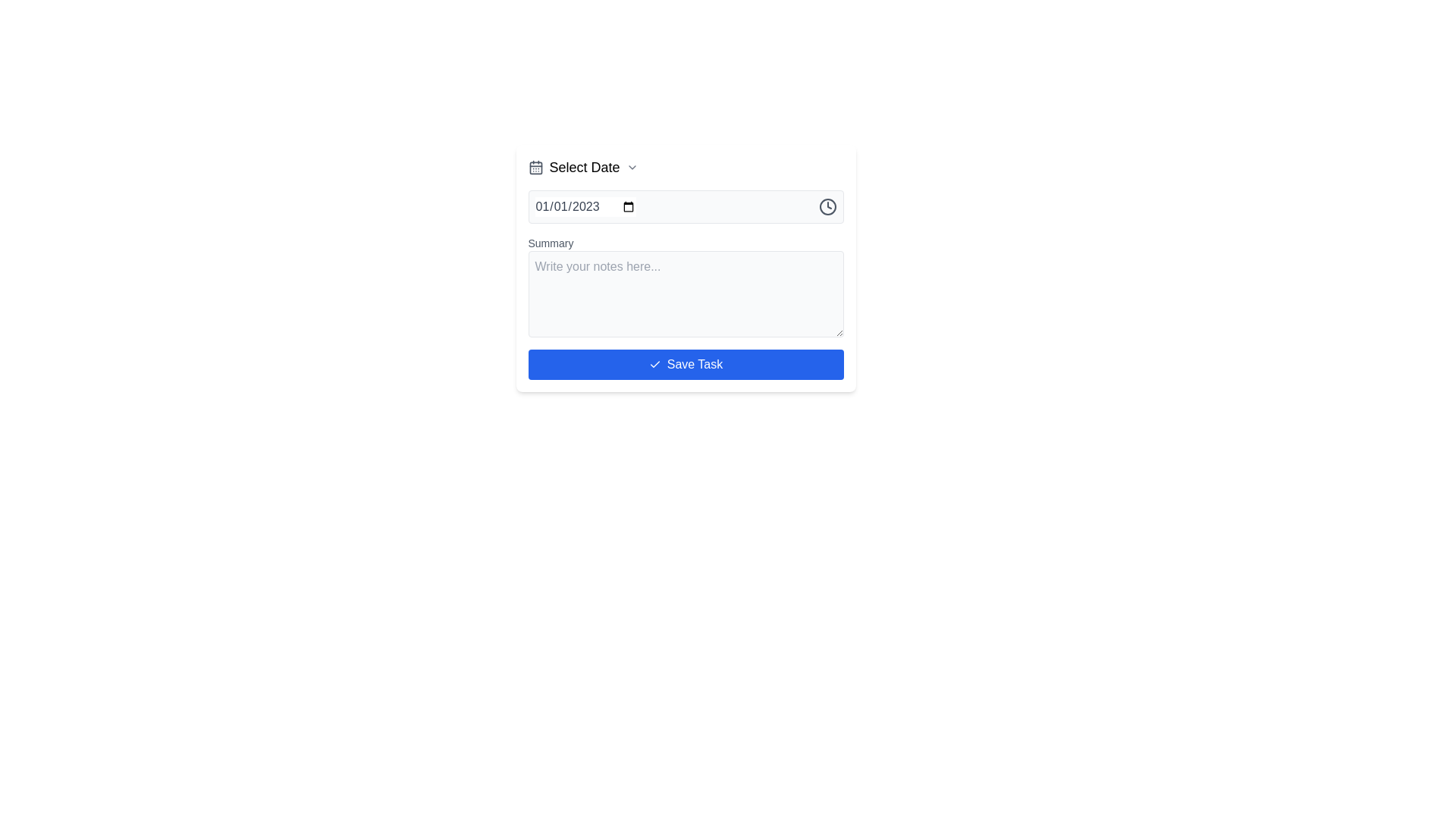 The image size is (1456, 819). I want to click on the date picker in the Date Input Field located below the section header and, so click(585, 207).